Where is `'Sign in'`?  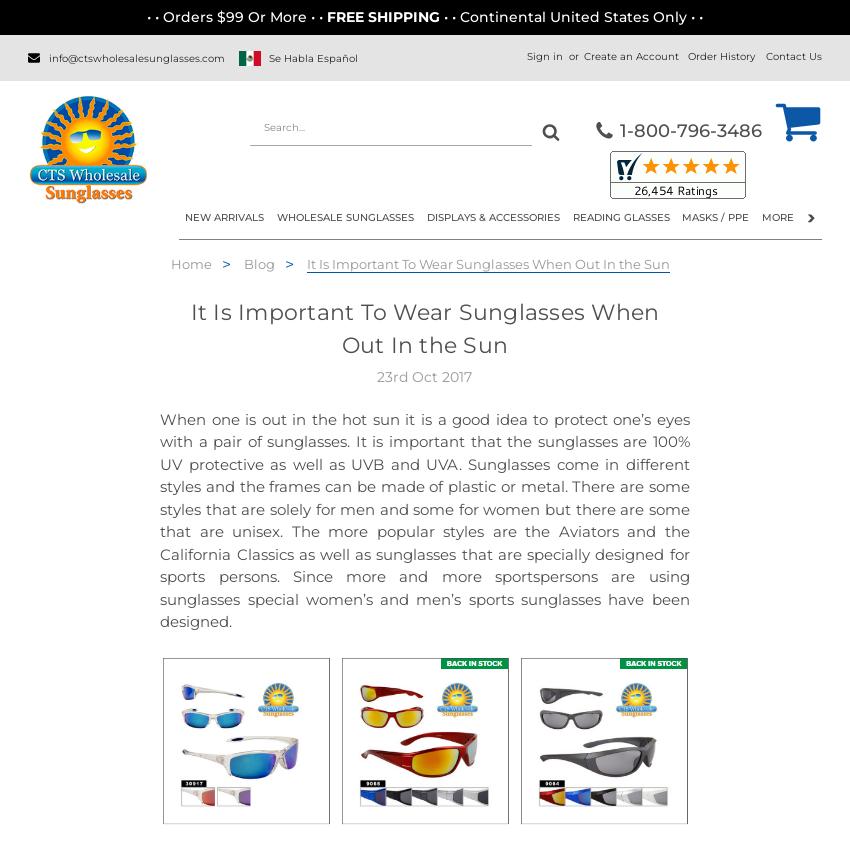 'Sign in' is located at coordinates (544, 55).